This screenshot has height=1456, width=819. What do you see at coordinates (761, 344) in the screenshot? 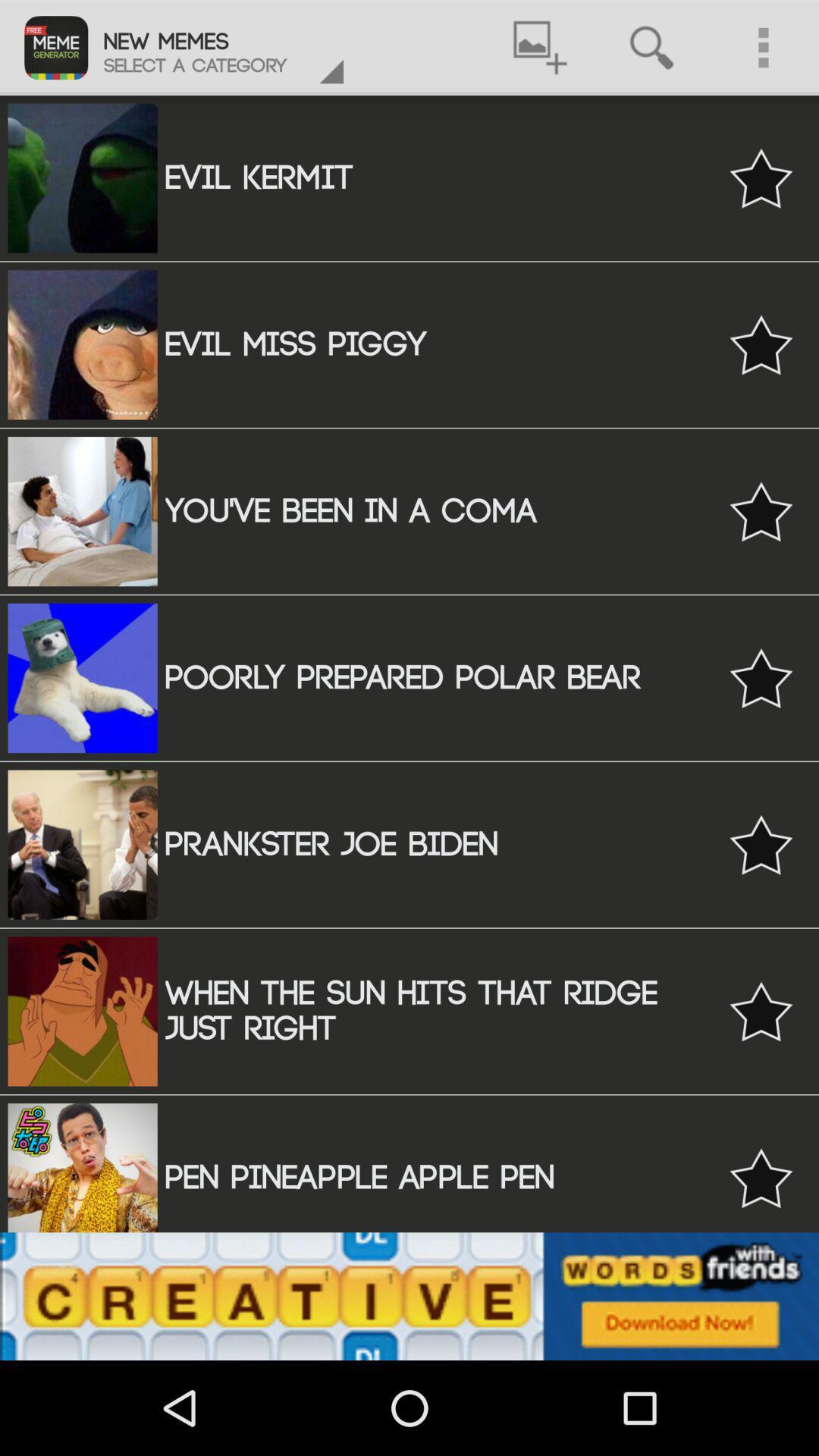
I see `favorite` at bounding box center [761, 344].